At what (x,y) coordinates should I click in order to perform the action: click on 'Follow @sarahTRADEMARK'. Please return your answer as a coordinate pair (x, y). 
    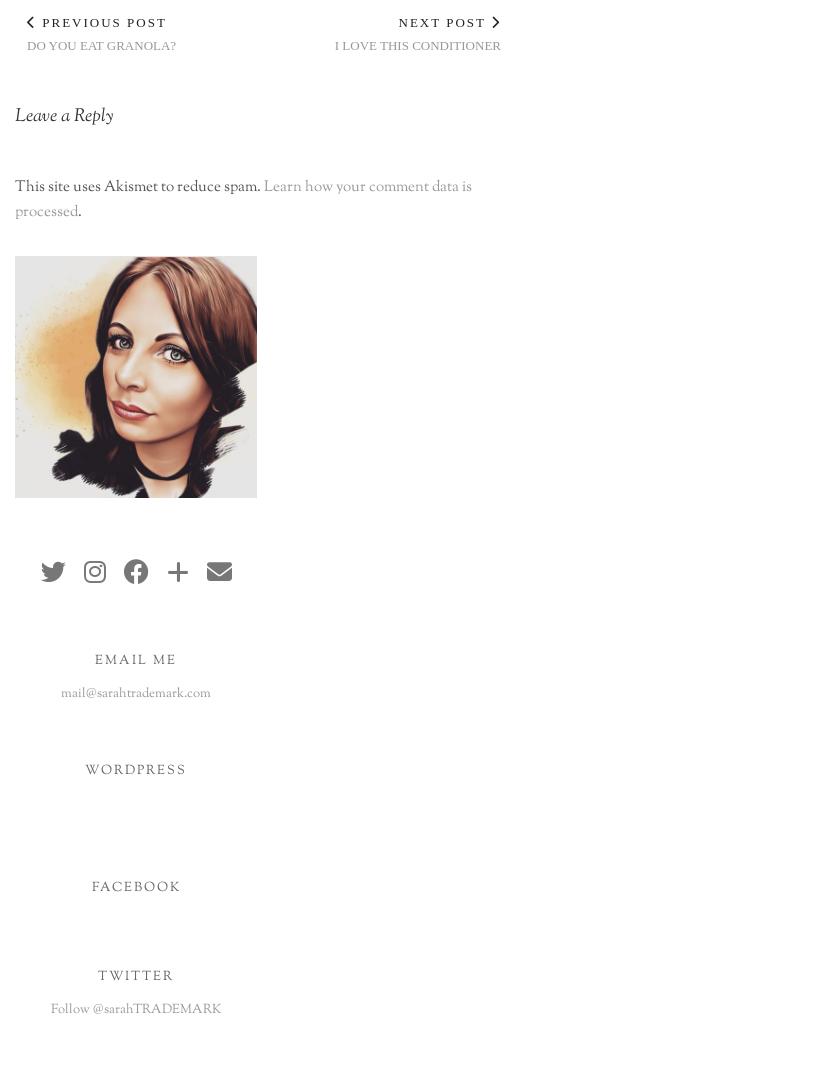
    Looking at the image, I should click on (135, 1008).